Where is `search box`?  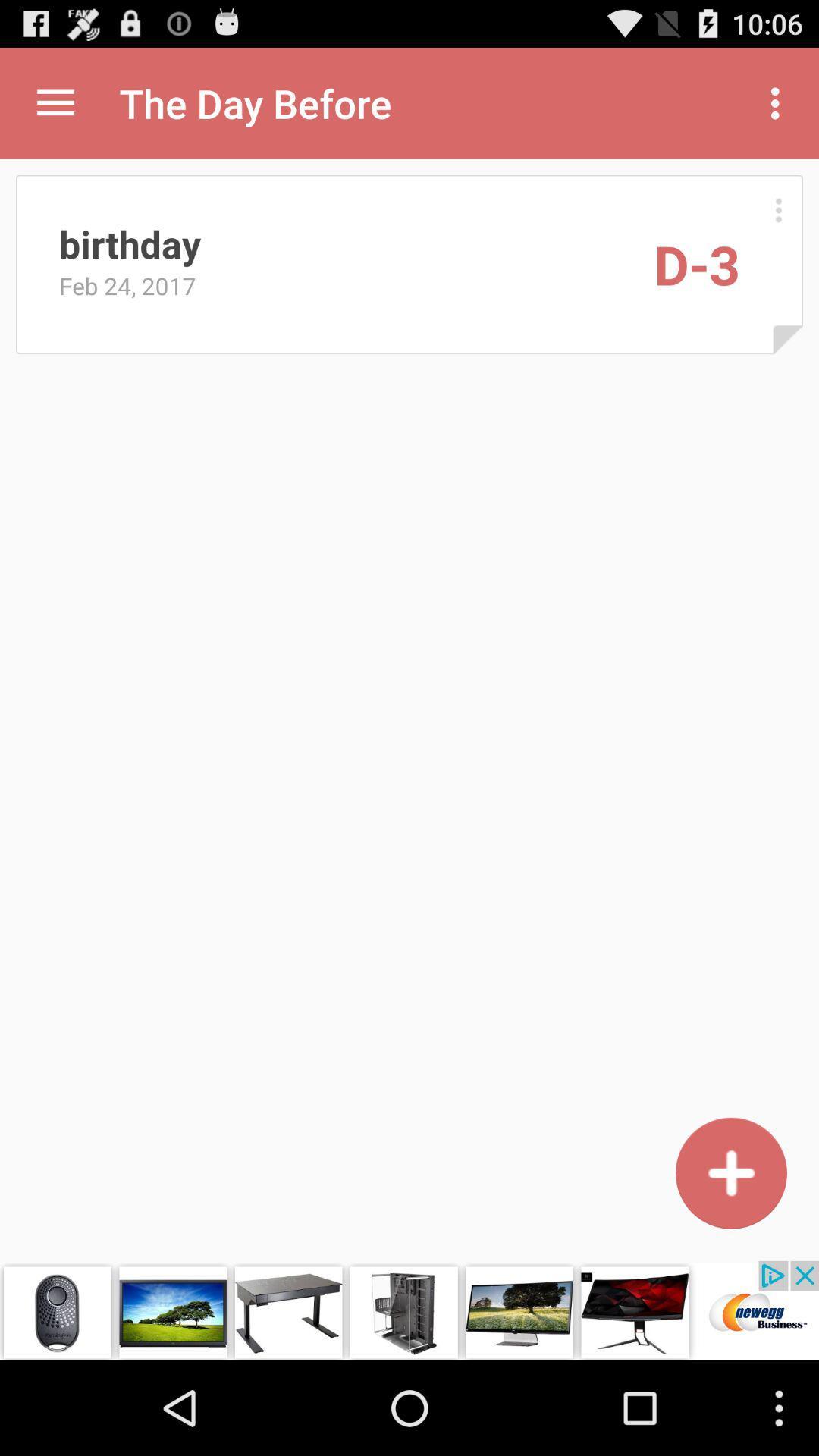 search box is located at coordinates (730, 1172).